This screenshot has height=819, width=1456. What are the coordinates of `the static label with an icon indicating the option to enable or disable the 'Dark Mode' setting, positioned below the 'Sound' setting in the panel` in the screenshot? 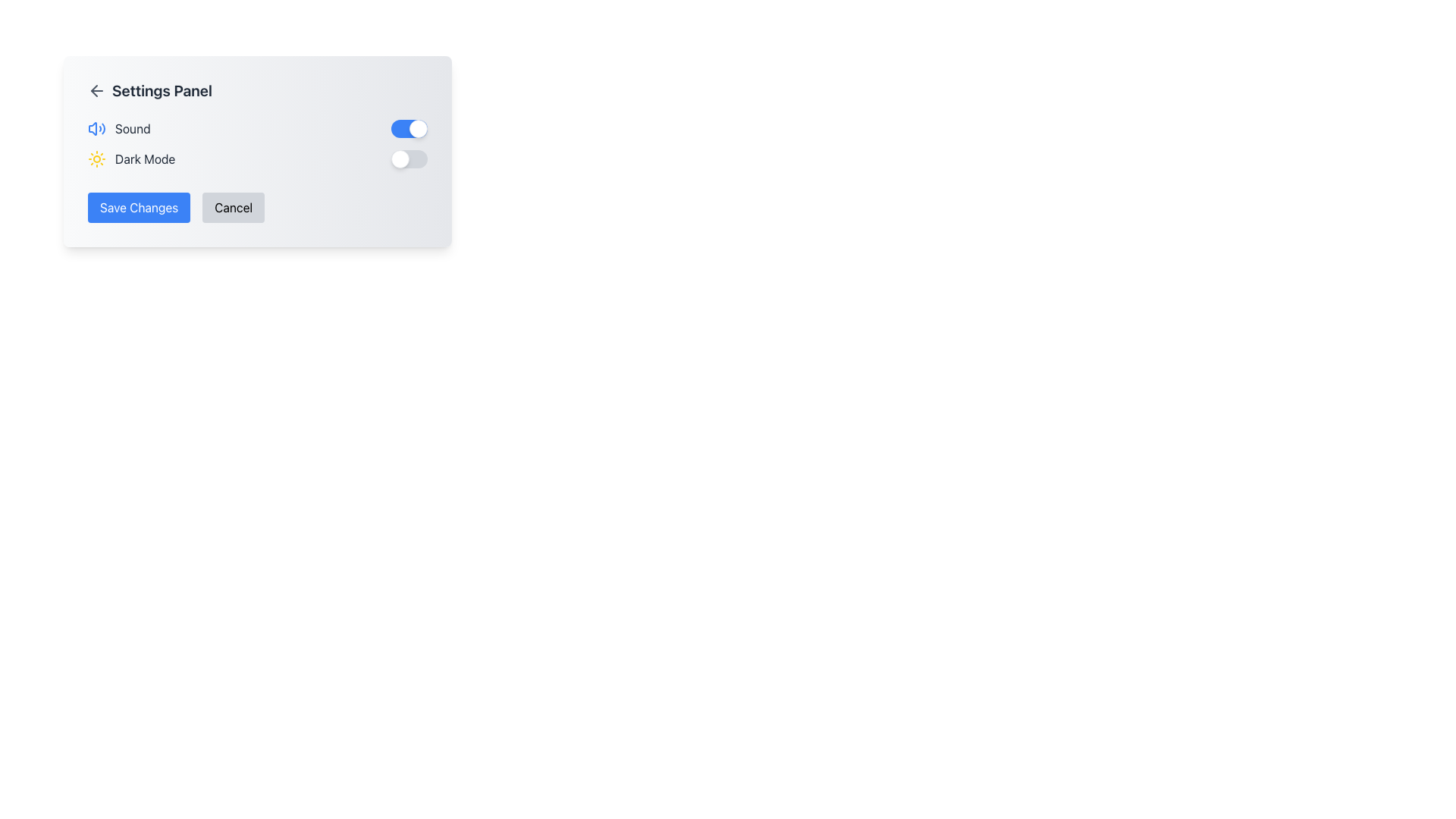 It's located at (131, 158).